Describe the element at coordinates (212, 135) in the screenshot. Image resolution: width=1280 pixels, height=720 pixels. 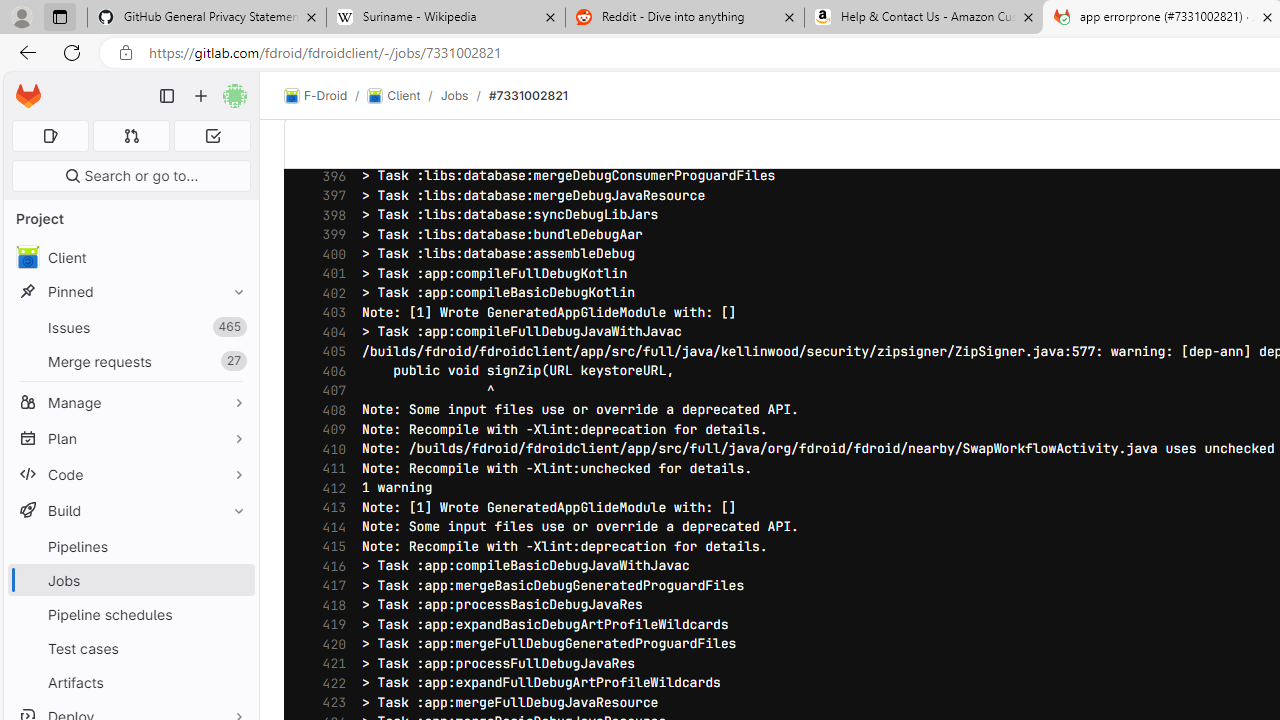
I see `'To-Do list 0'` at that location.